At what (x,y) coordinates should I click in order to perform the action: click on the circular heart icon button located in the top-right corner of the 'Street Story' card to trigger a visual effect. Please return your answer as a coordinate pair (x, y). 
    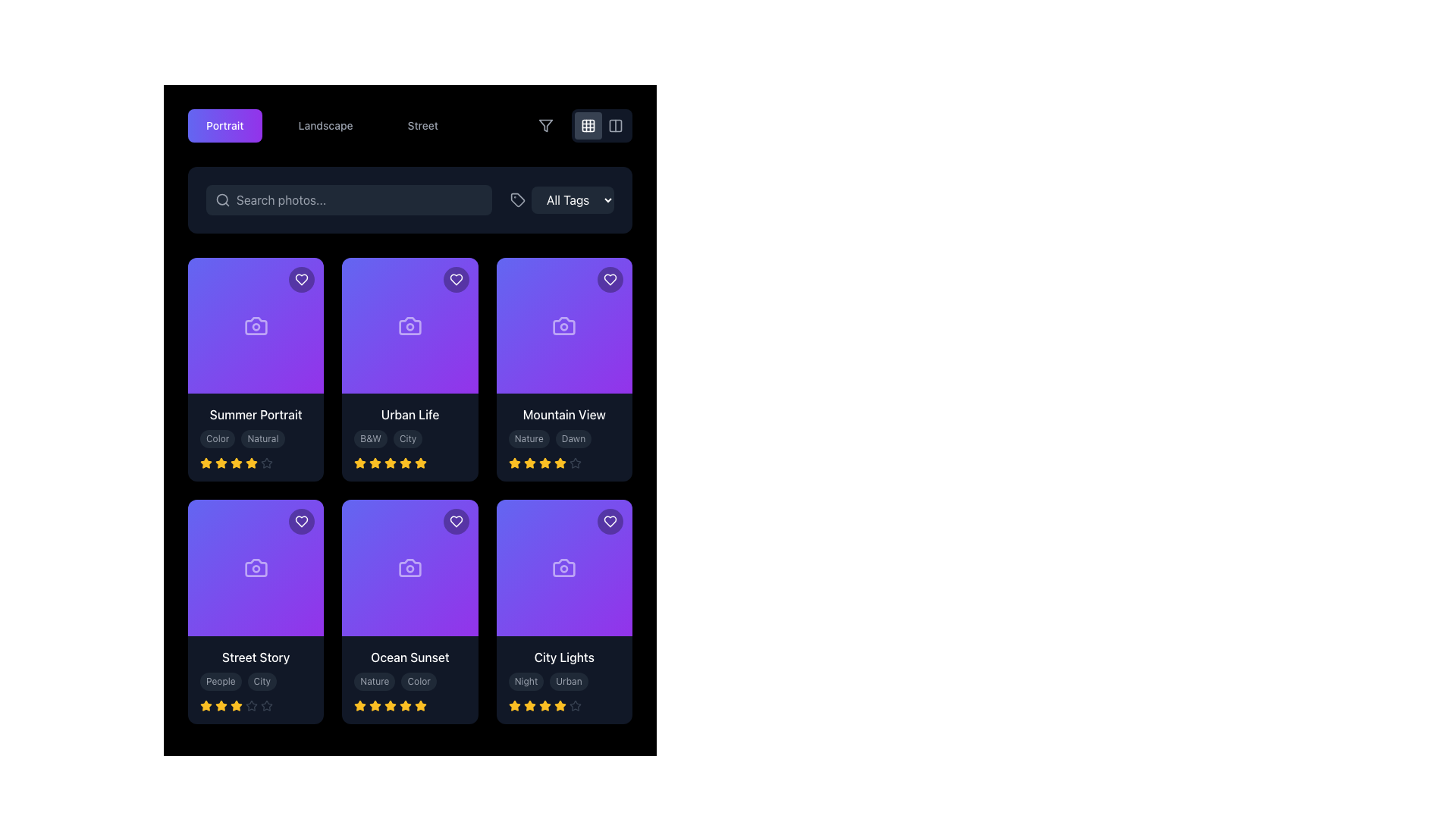
    Looking at the image, I should click on (302, 521).